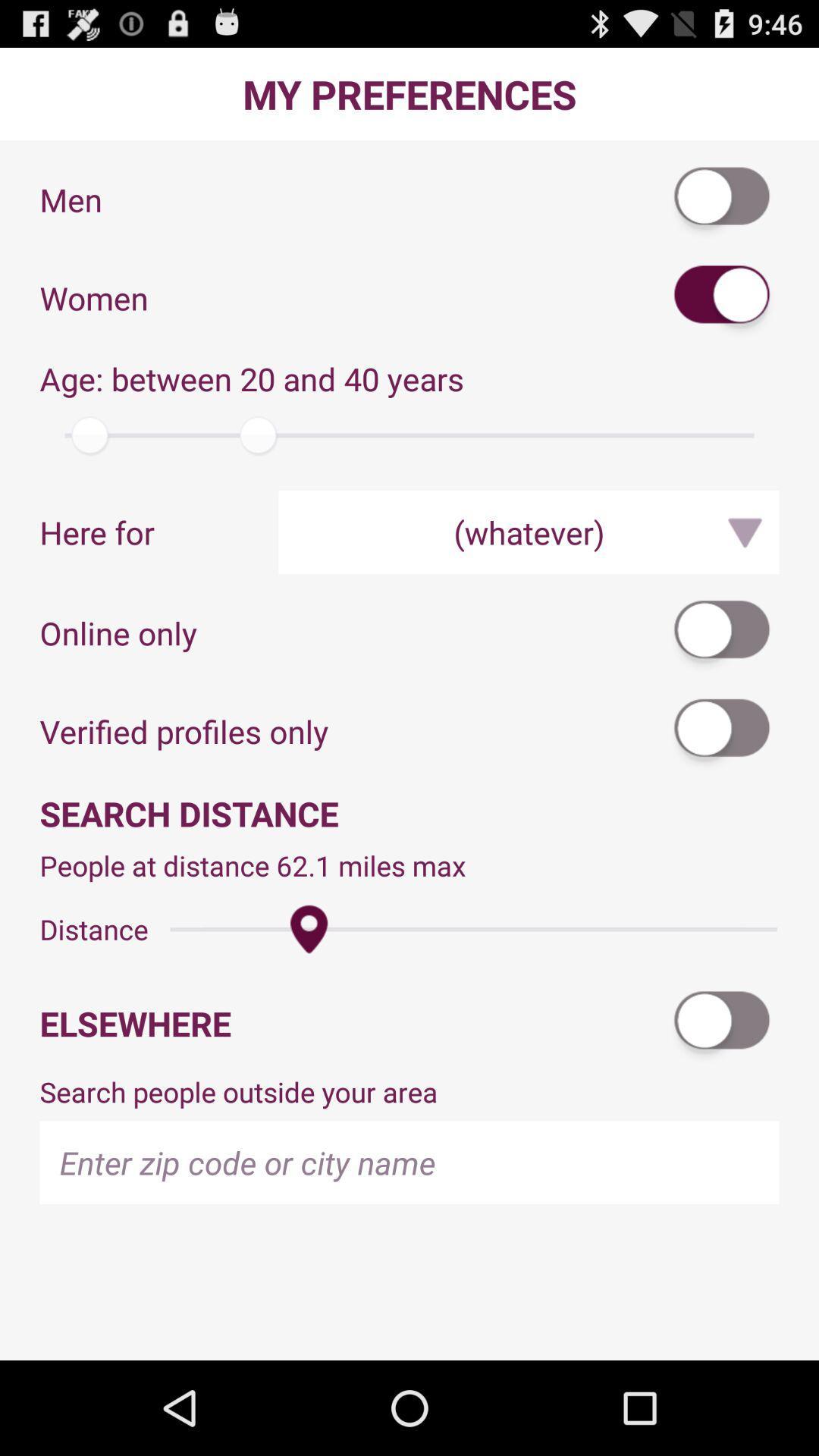 The height and width of the screenshot is (1456, 819). I want to click on the app above the search distance, so click(722, 731).